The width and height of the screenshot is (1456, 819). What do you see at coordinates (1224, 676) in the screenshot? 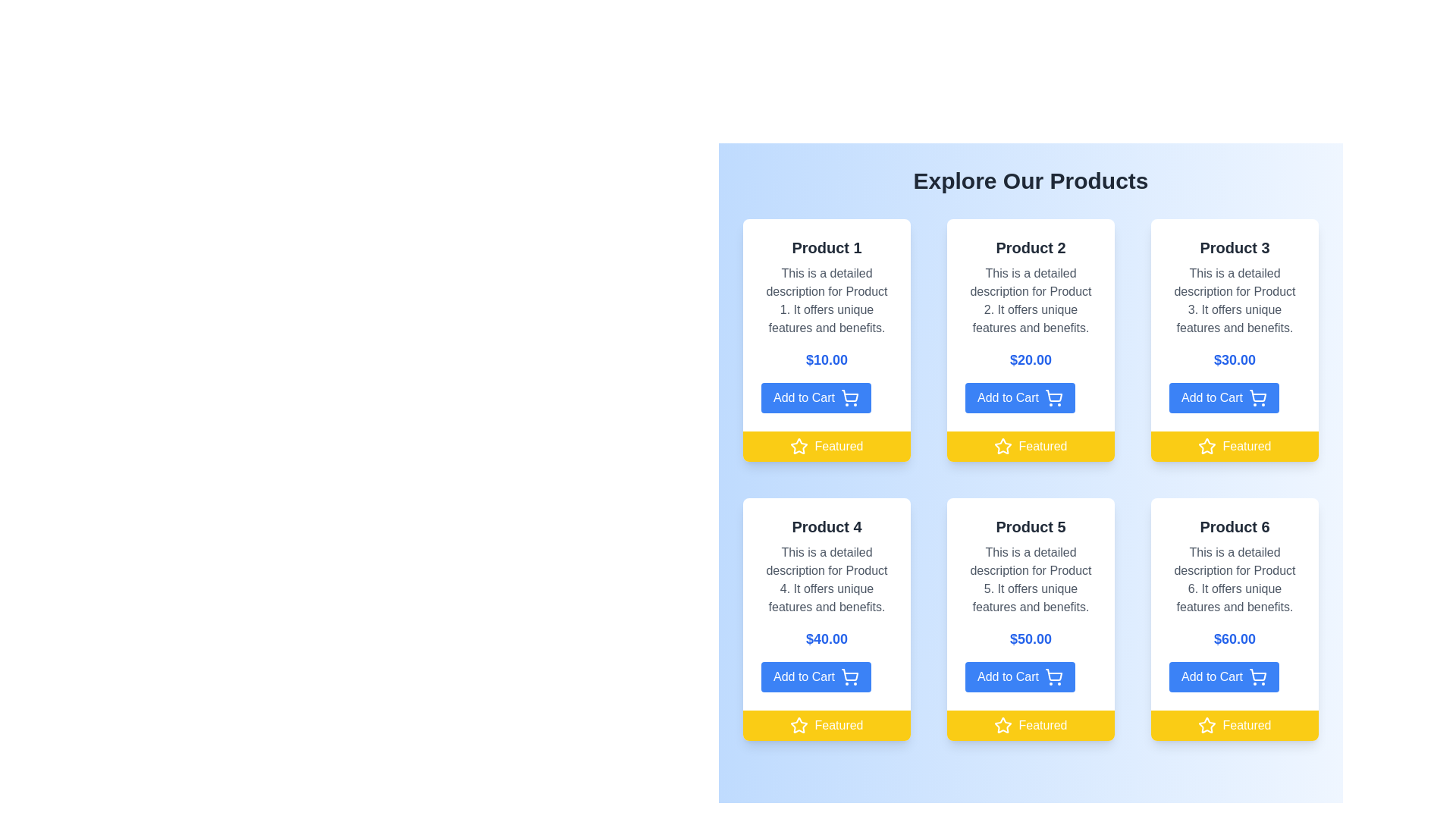
I see `the 'Add to Cart' button for 'Product 6'` at bounding box center [1224, 676].